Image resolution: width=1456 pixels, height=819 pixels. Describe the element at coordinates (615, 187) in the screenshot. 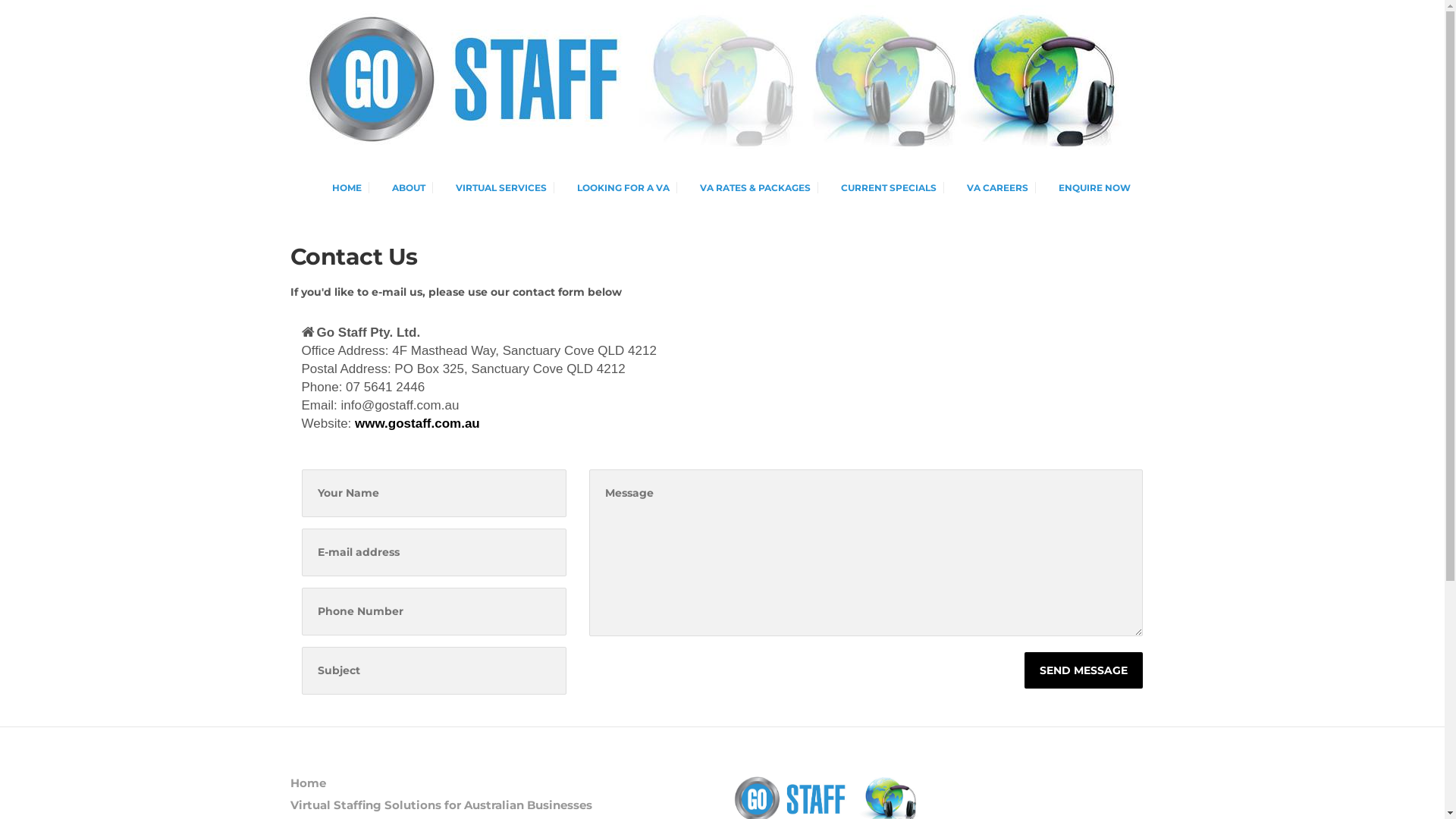

I see `'LOOKING FOR A VA'` at that location.